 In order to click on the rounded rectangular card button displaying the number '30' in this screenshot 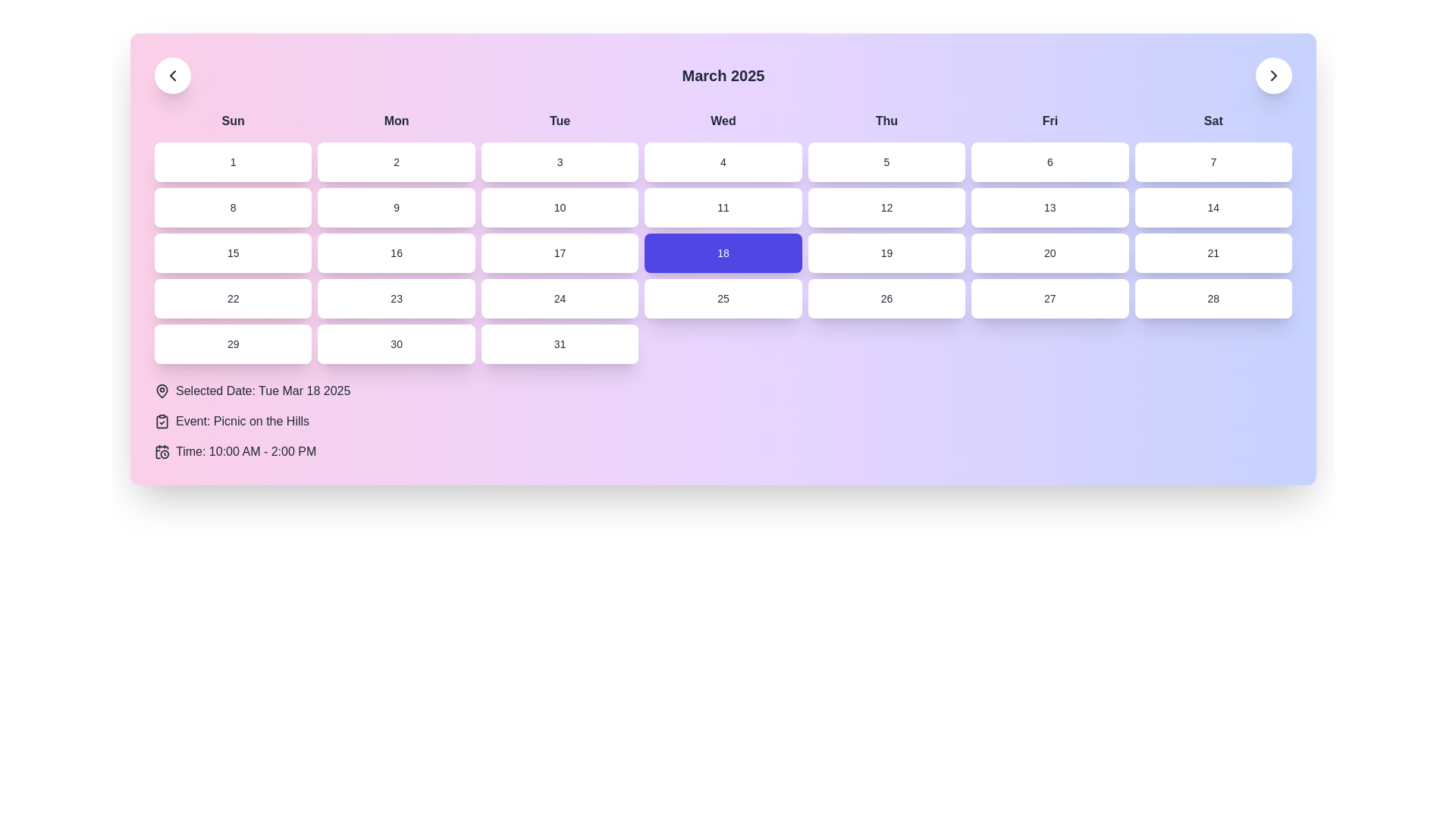, I will do `click(397, 344)`.